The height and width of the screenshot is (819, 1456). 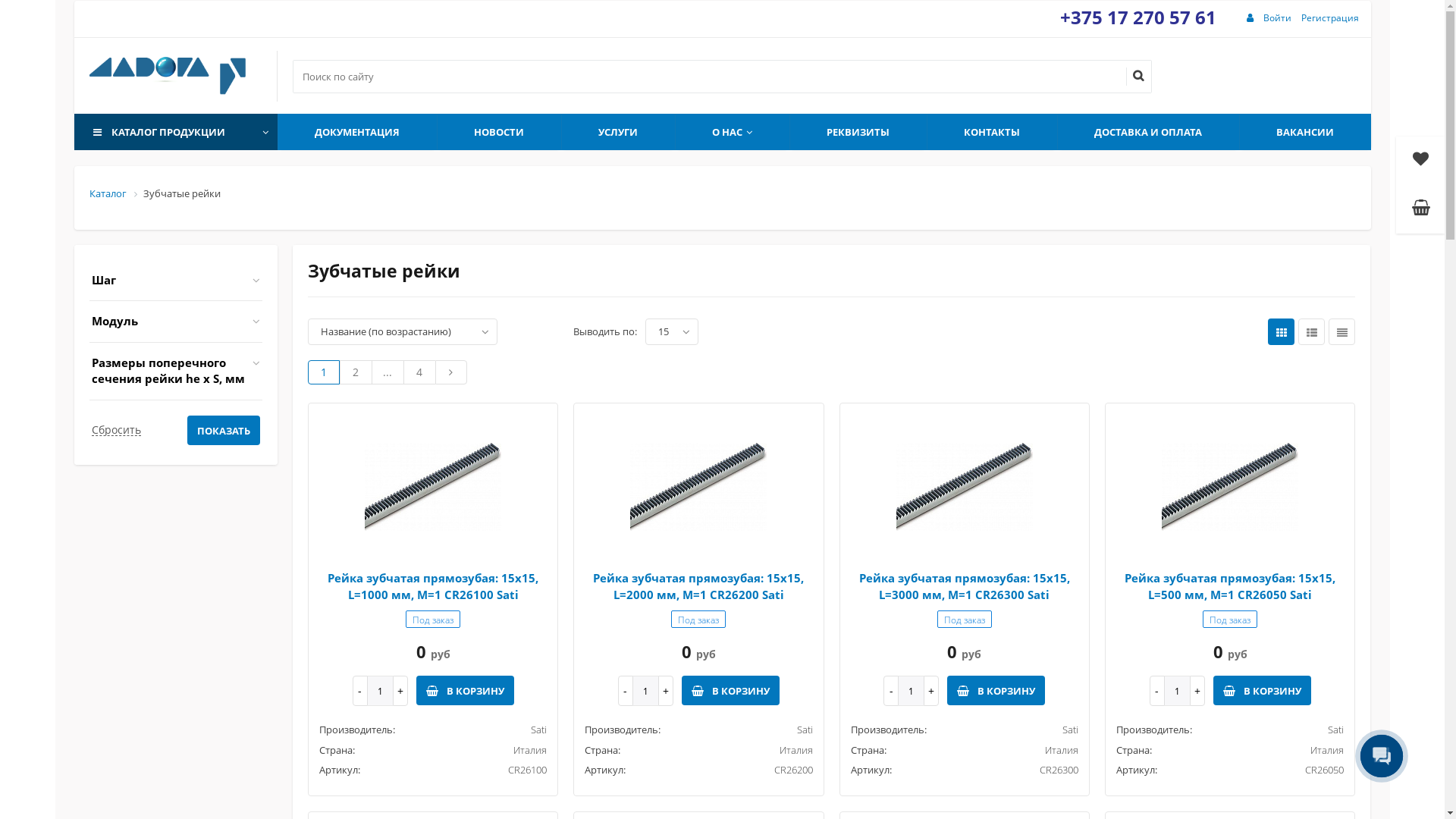 What do you see at coordinates (355, 372) in the screenshot?
I see `'2'` at bounding box center [355, 372].